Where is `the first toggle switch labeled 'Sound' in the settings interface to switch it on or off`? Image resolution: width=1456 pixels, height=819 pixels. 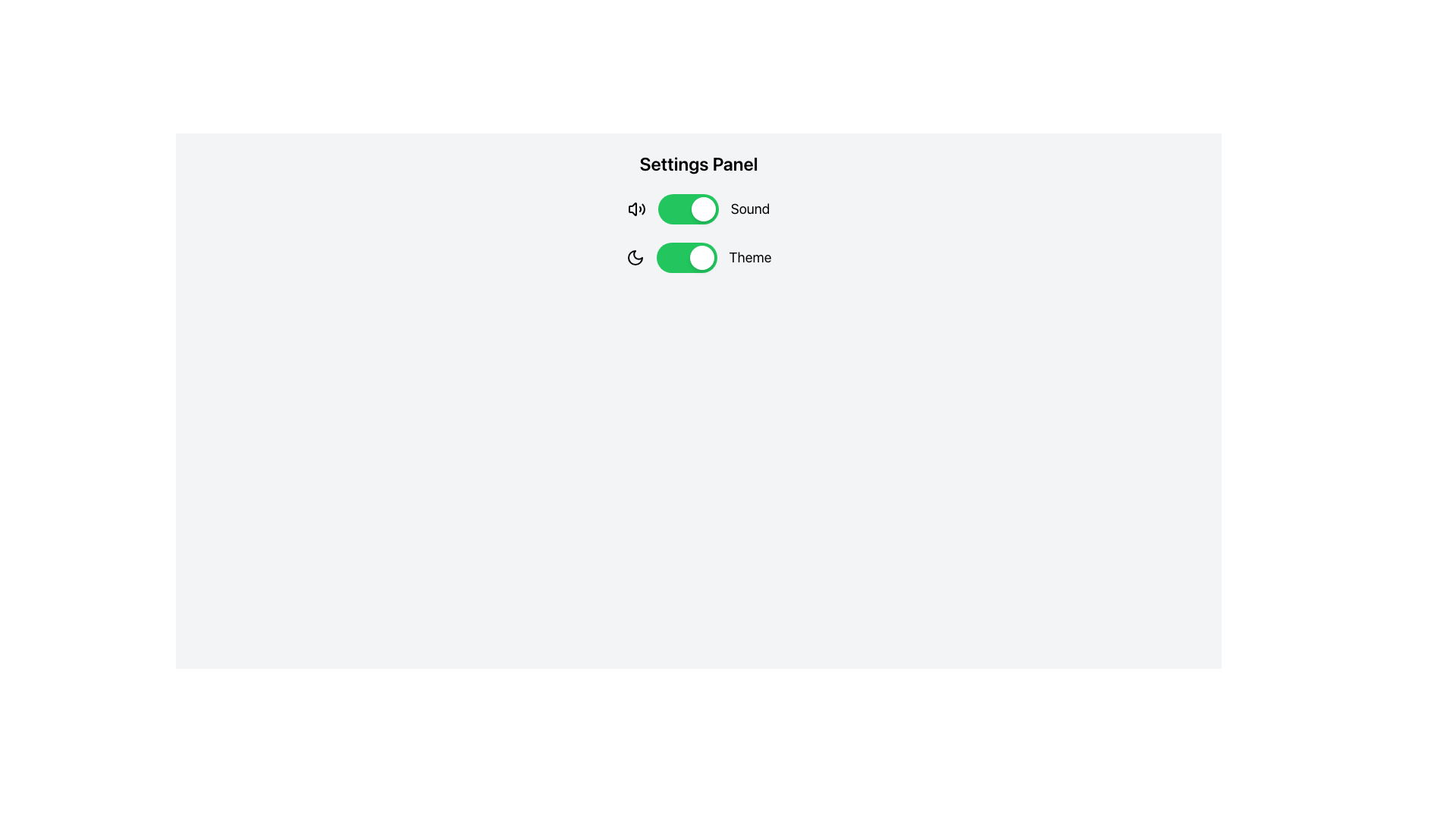
the first toggle switch labeled 'Sound' in the settings interface to switch it on or off is located at coordinates (713, 209).